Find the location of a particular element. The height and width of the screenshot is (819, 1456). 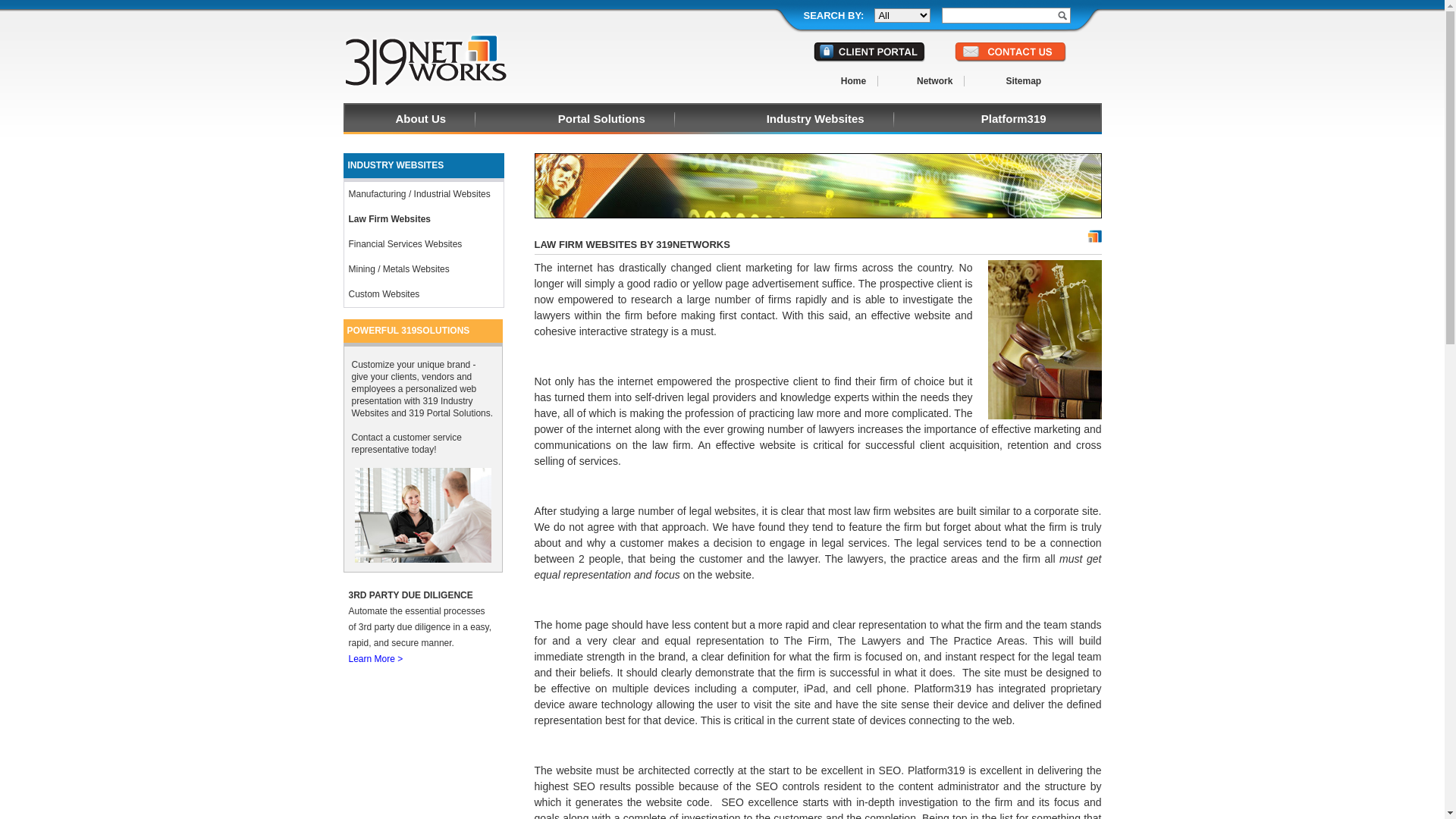

'Law Firm Websites' is located at coordinates (422, 219).